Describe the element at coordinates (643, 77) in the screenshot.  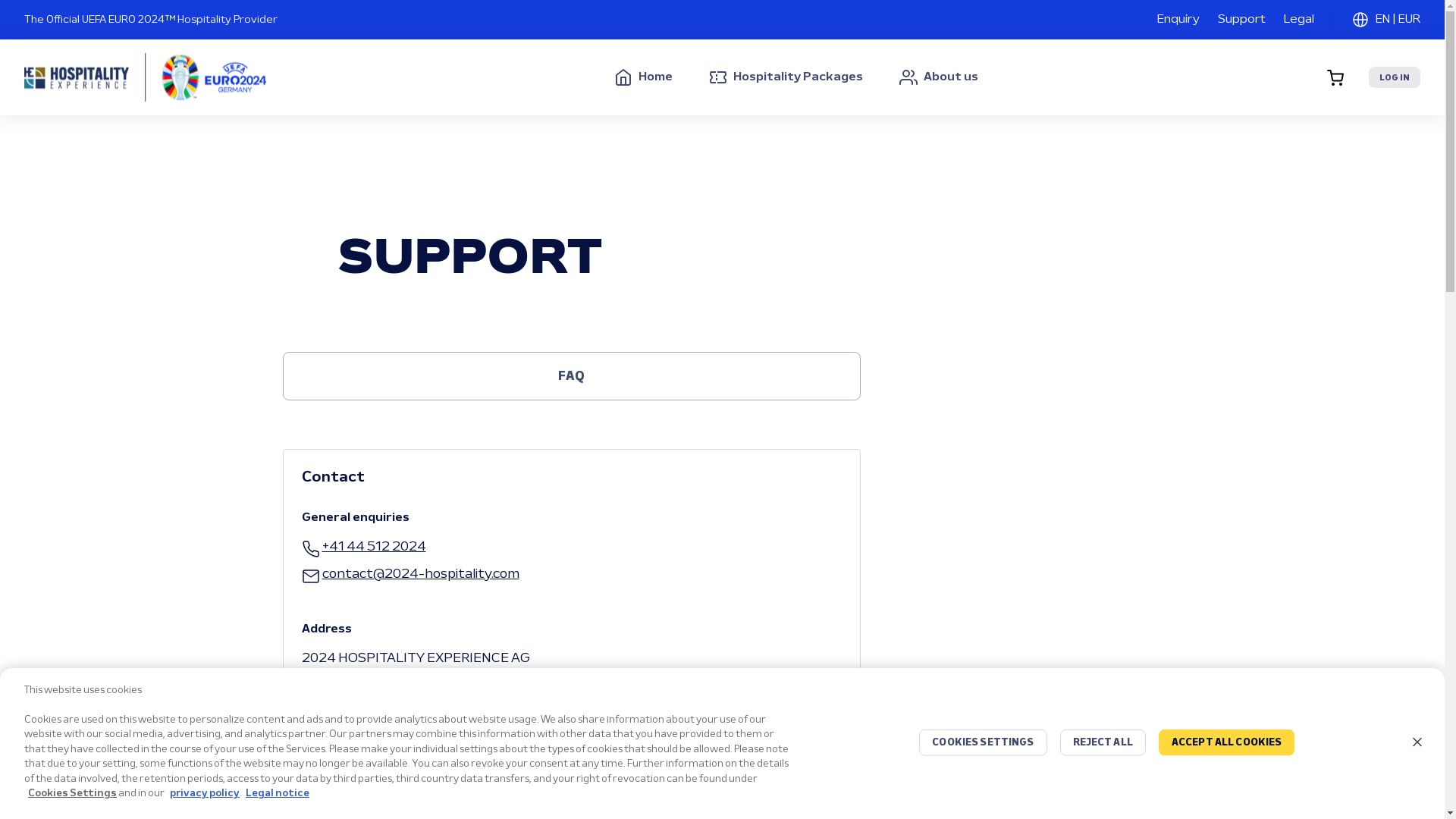
I see `'Home'` at that location.